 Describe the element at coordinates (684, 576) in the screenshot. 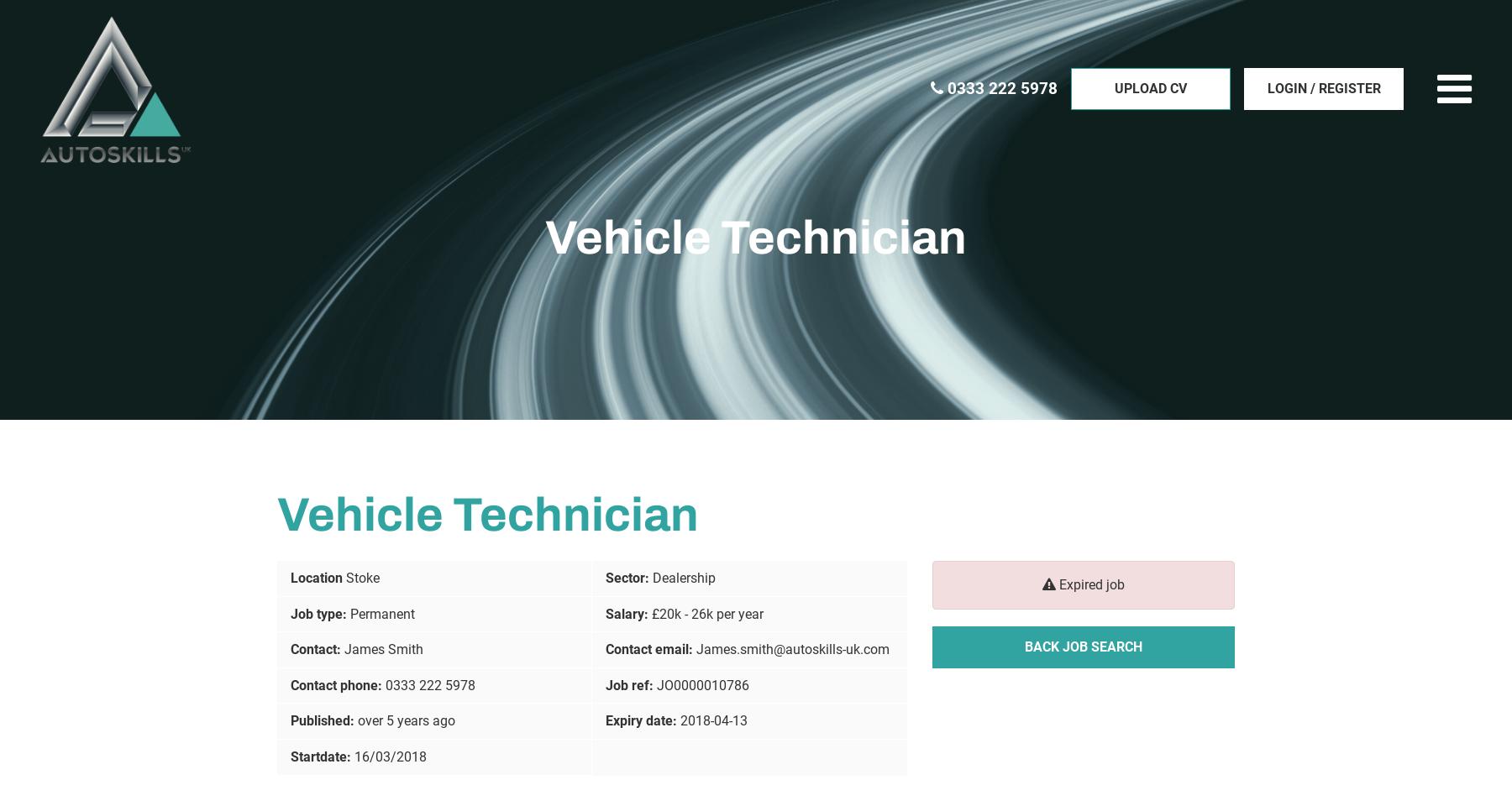

I see `'Dealership'` at that location.